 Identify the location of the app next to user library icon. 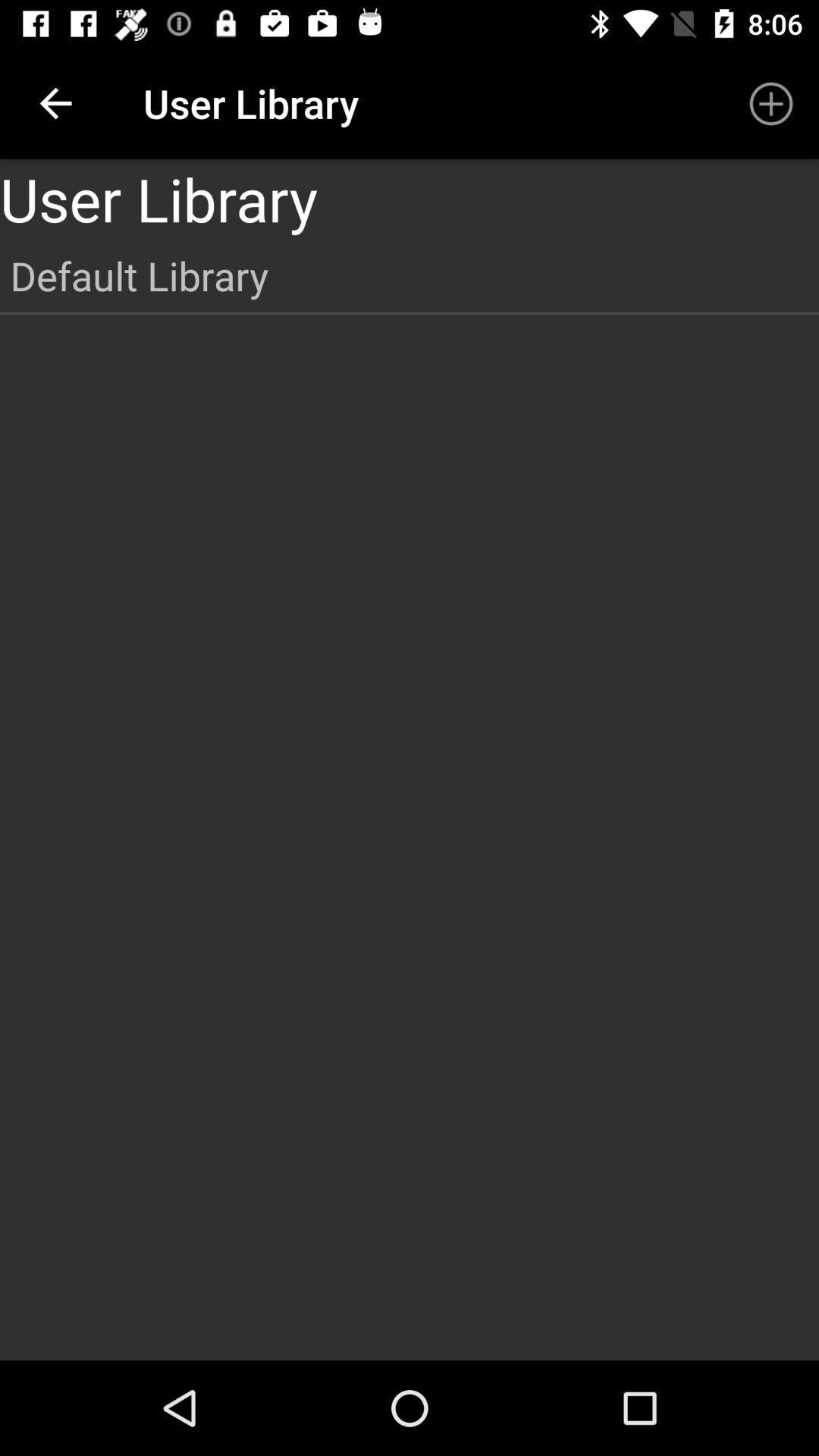
(771, 102).